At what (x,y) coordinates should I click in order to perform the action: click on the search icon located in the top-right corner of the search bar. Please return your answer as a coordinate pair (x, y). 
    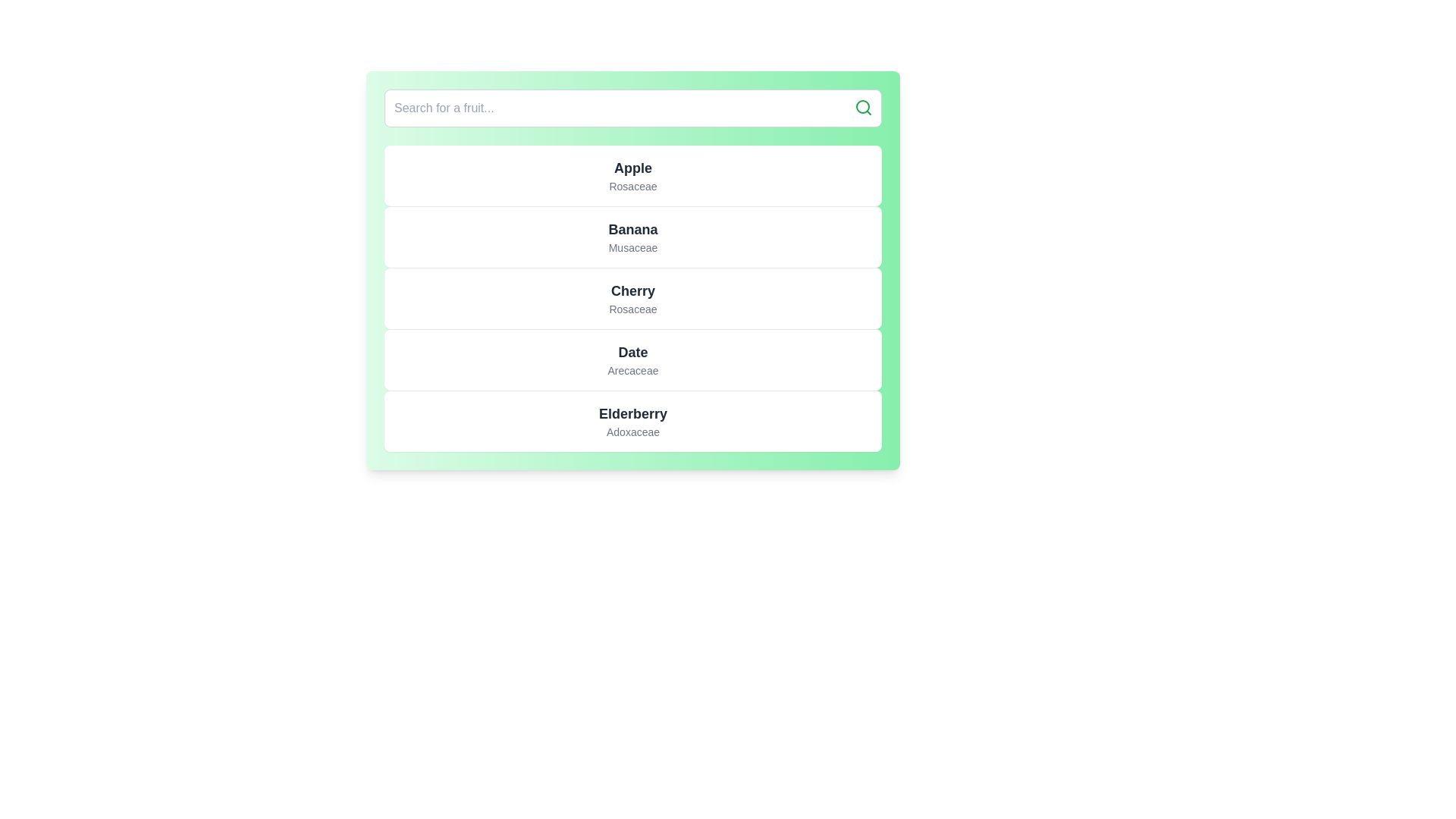
    Looking at the image, I should click on (863, 107).